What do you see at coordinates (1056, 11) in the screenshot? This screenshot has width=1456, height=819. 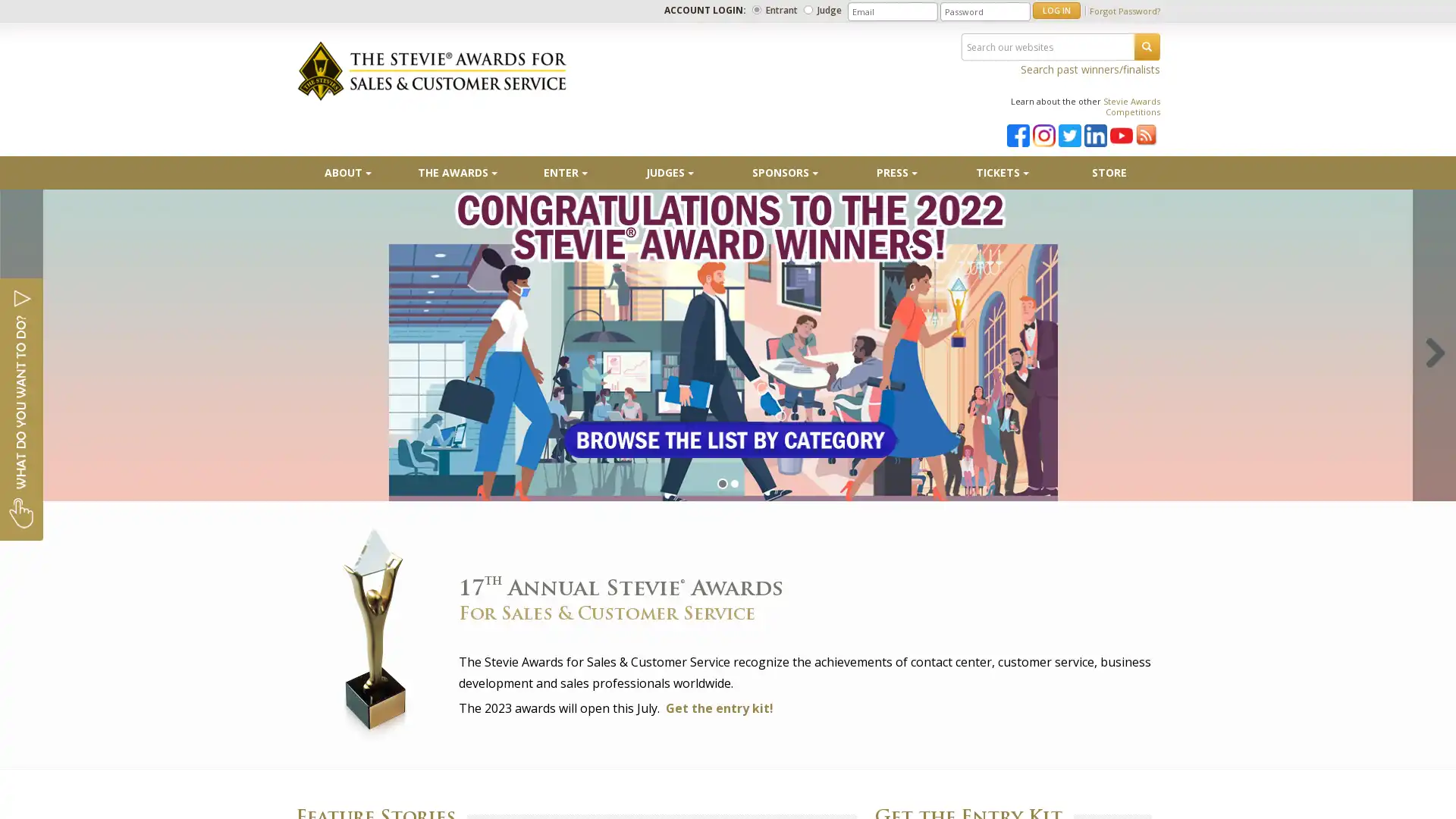 I see `LOG IN` at bounding box center [1056, 11].